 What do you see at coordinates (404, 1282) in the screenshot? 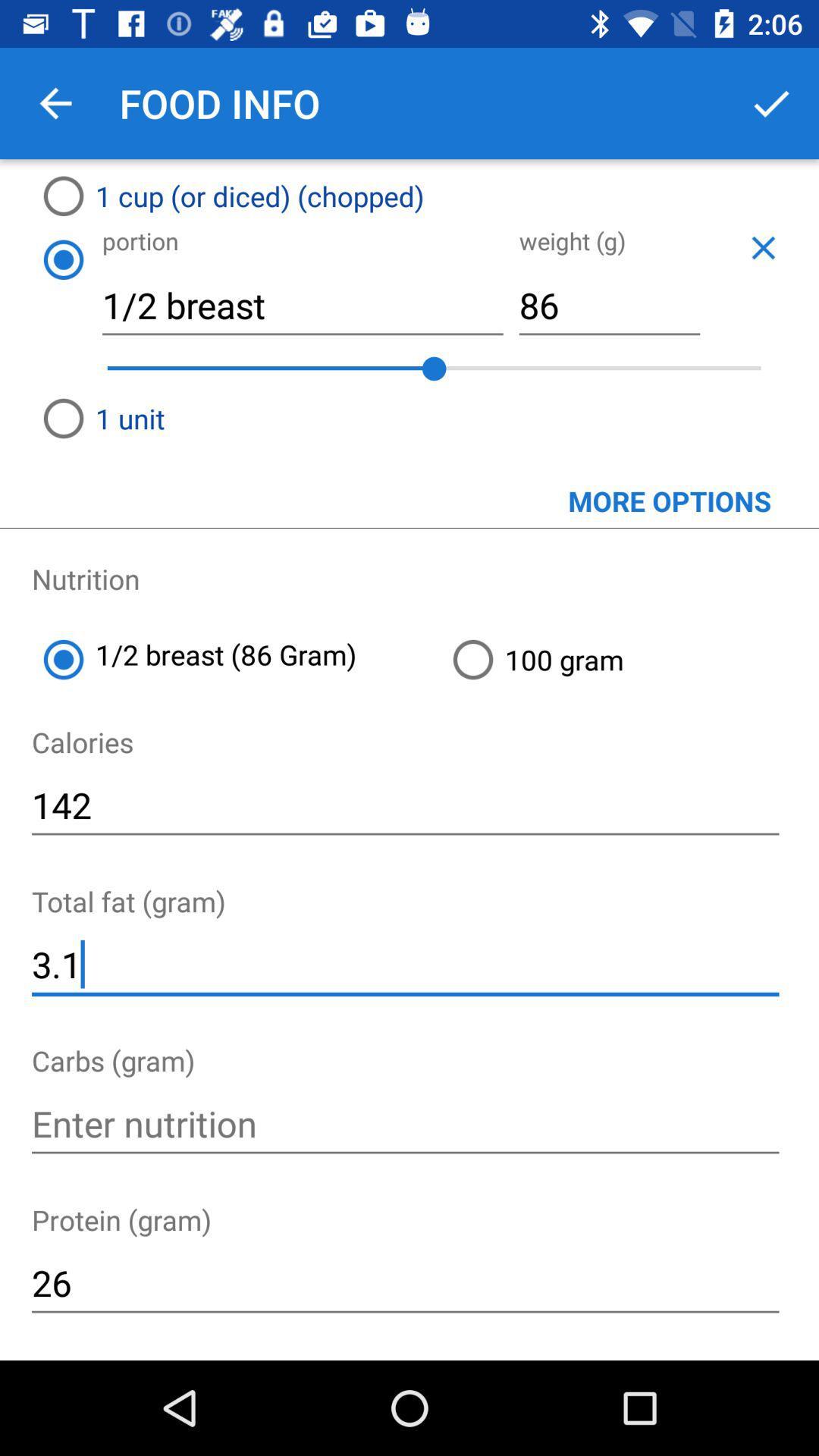
I see `the icon below the protein (gram) item` at bounding box center [404, 1282].